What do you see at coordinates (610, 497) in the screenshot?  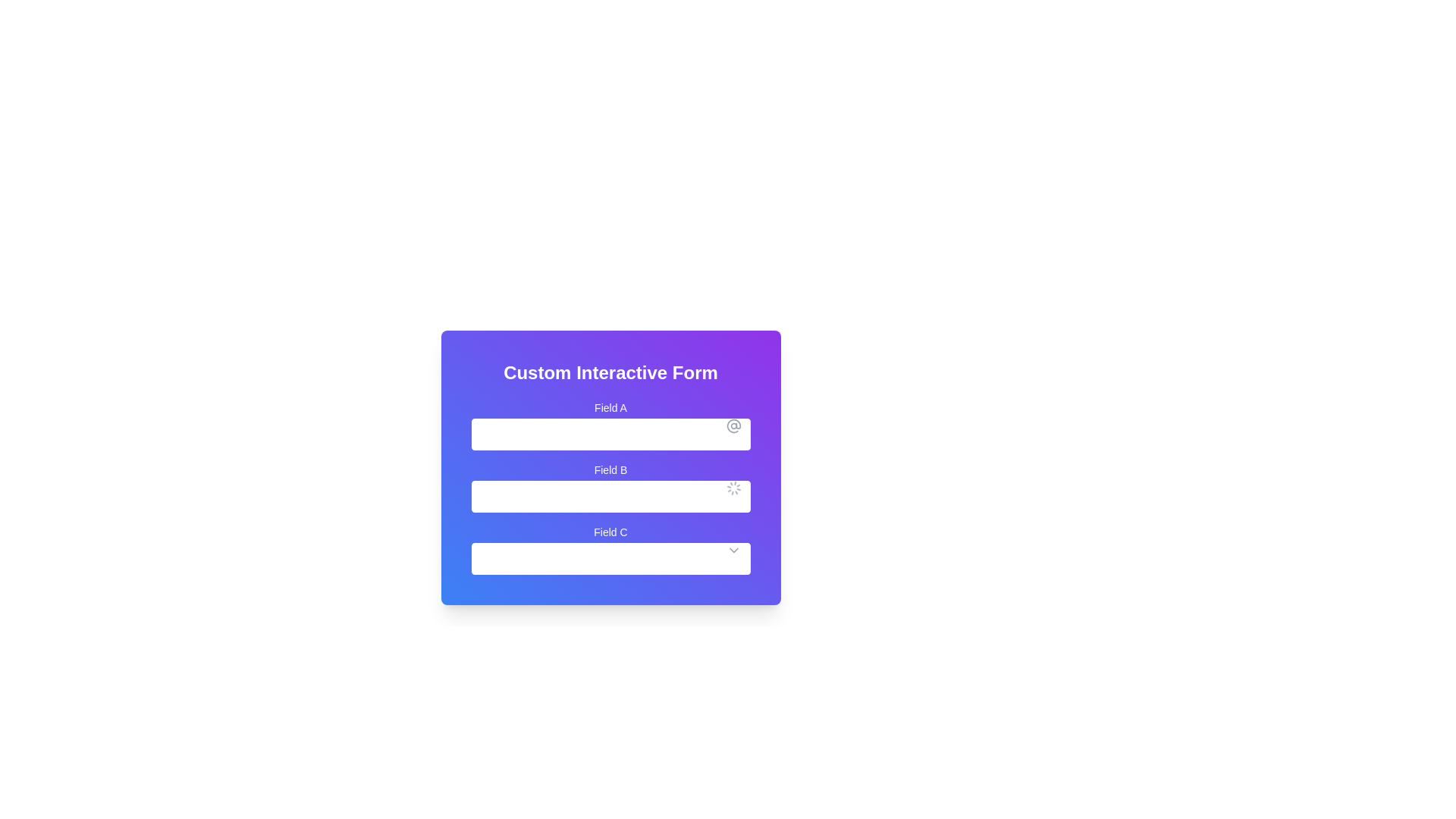 I see `the real-time updates in the Text Input field located below the label 'Field B', which has a spinning loader icon to the right` at bounding box center [610, 497].